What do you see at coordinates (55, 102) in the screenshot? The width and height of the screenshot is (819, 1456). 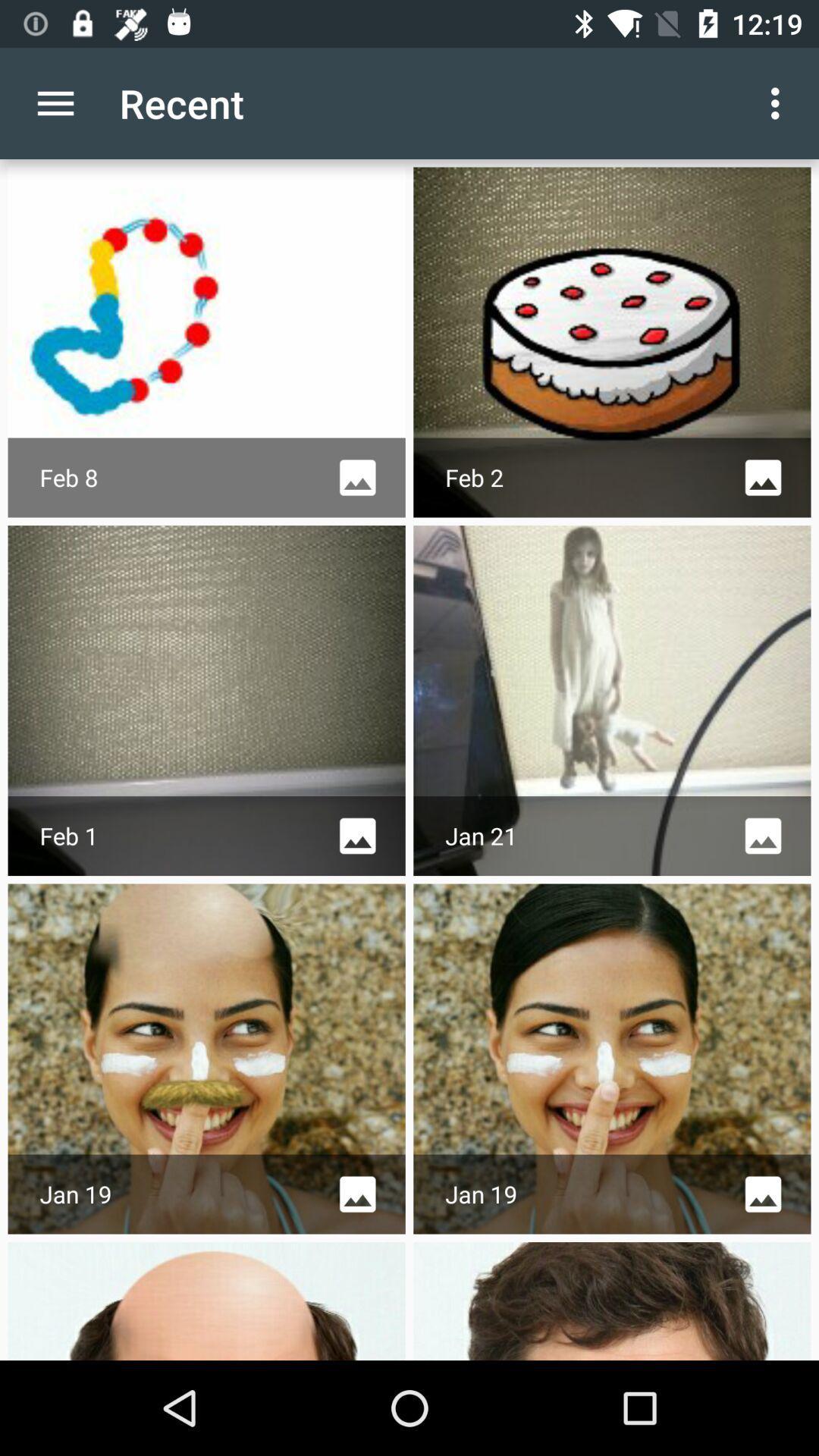 I see `the app next to recent app` at bounding box center [55, 102].